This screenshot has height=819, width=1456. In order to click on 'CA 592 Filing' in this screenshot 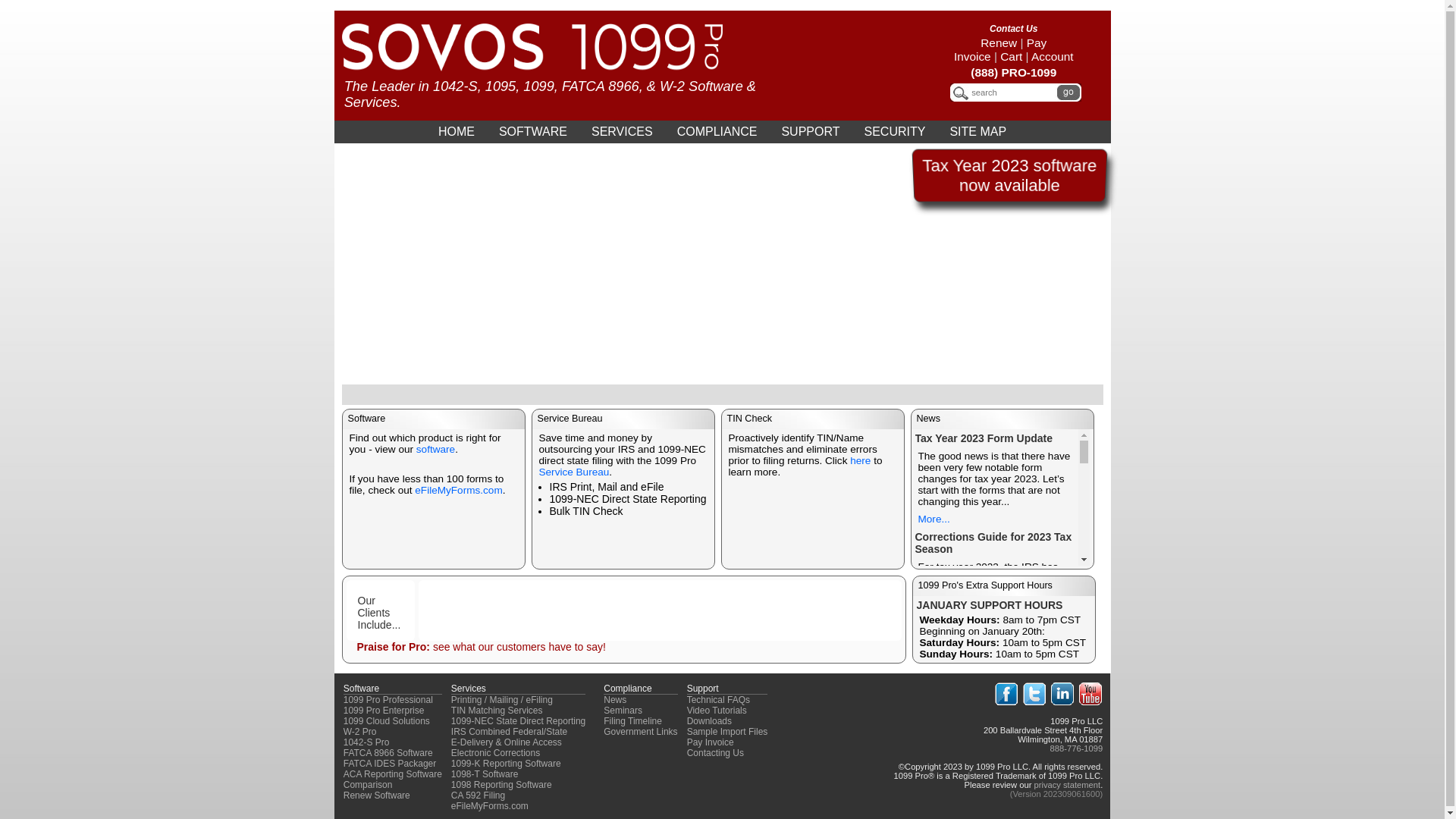, I will do `click(477, 795)`.